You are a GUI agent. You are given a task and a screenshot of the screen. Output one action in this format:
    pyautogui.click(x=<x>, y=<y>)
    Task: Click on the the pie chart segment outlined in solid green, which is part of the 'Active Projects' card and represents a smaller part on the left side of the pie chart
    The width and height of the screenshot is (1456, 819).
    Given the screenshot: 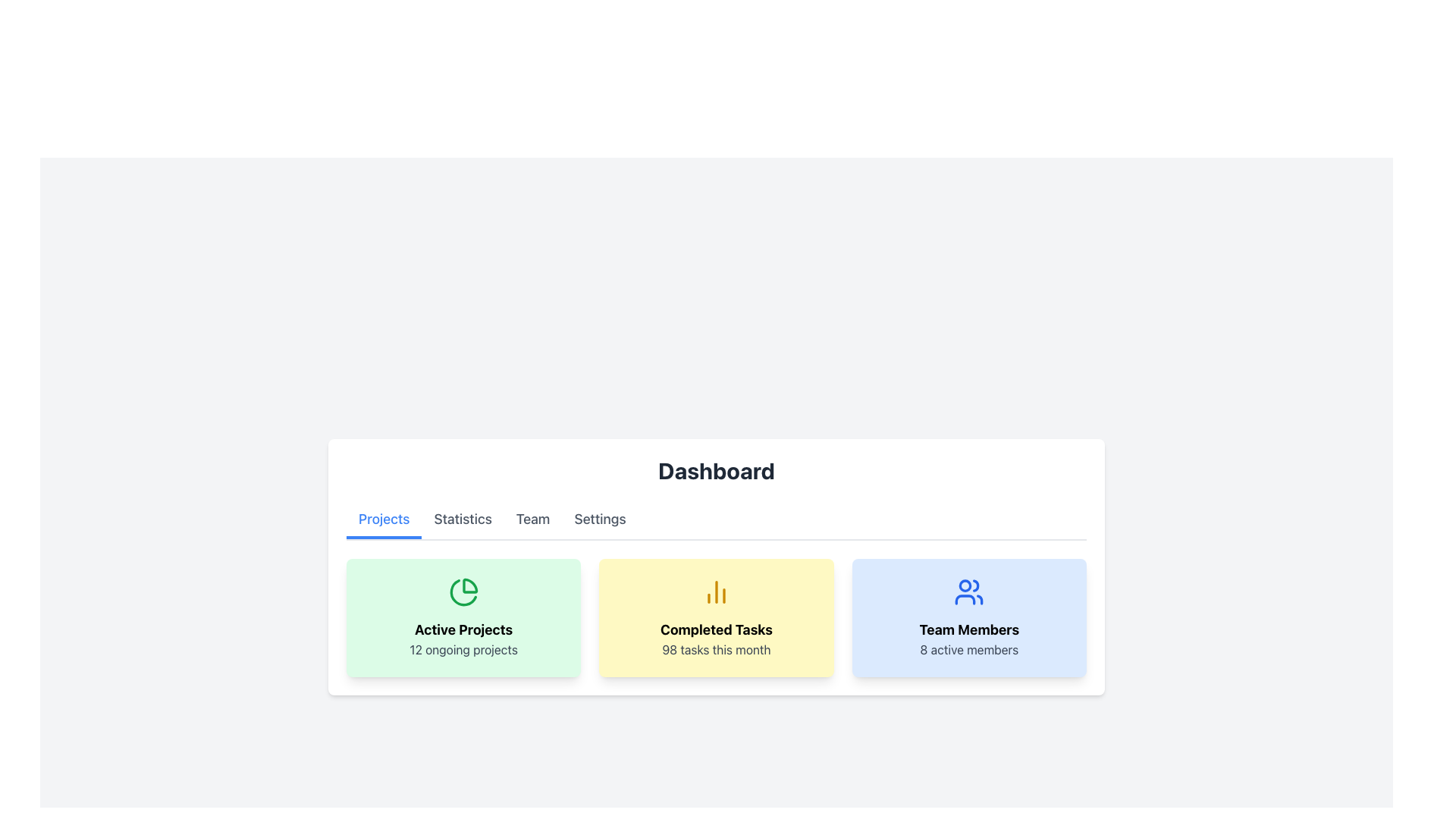 What is the action you would take?
    pyautogui.click(x=469, y=585)
    